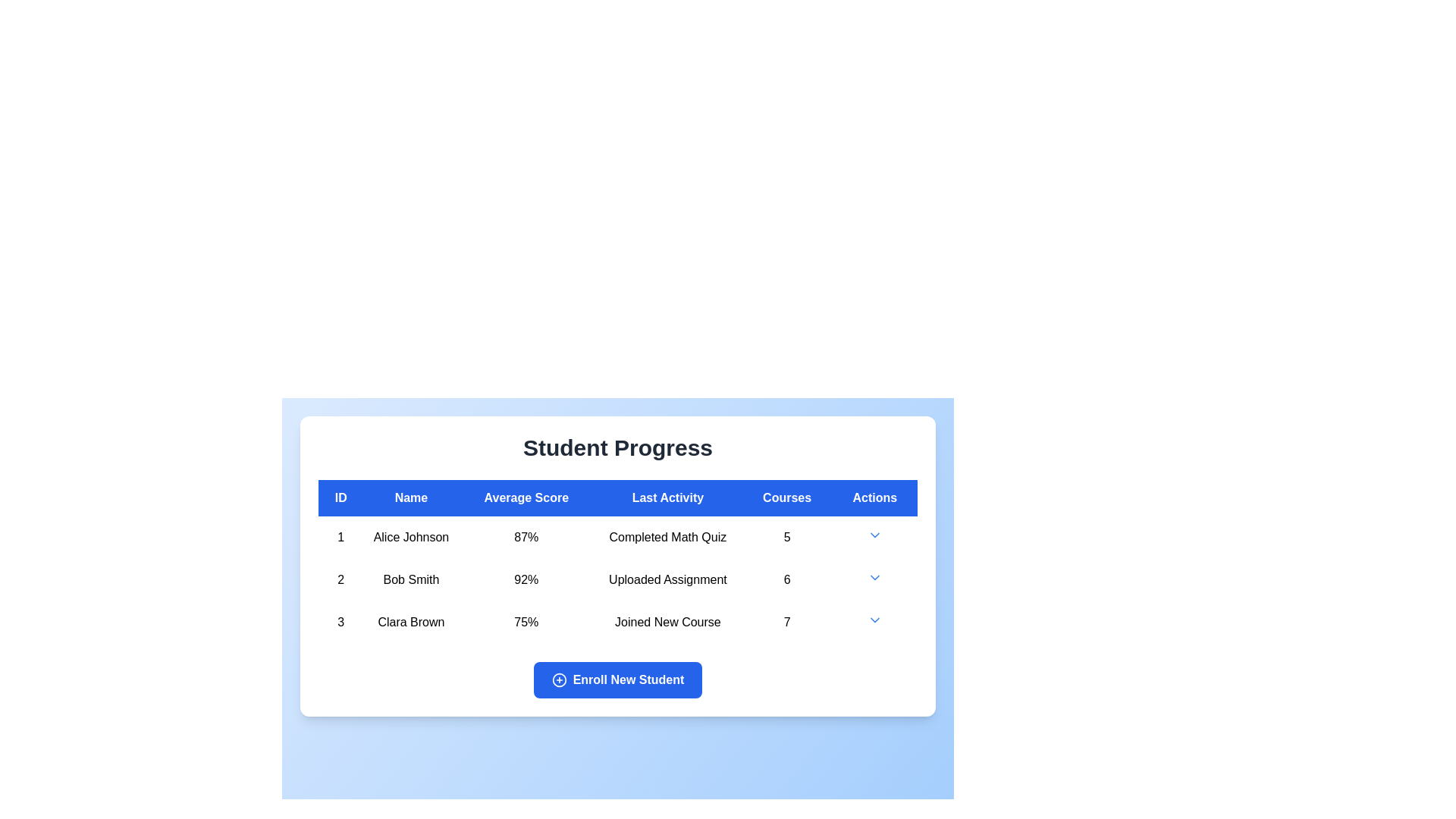 This screenshot has width=1456, height=819. What do you see at coordinates (618, 579) in the screenshot?
I see `the second row of the 'Student Progress' table that displays information about the student Bob Smith` at bounding box center [618, 579].